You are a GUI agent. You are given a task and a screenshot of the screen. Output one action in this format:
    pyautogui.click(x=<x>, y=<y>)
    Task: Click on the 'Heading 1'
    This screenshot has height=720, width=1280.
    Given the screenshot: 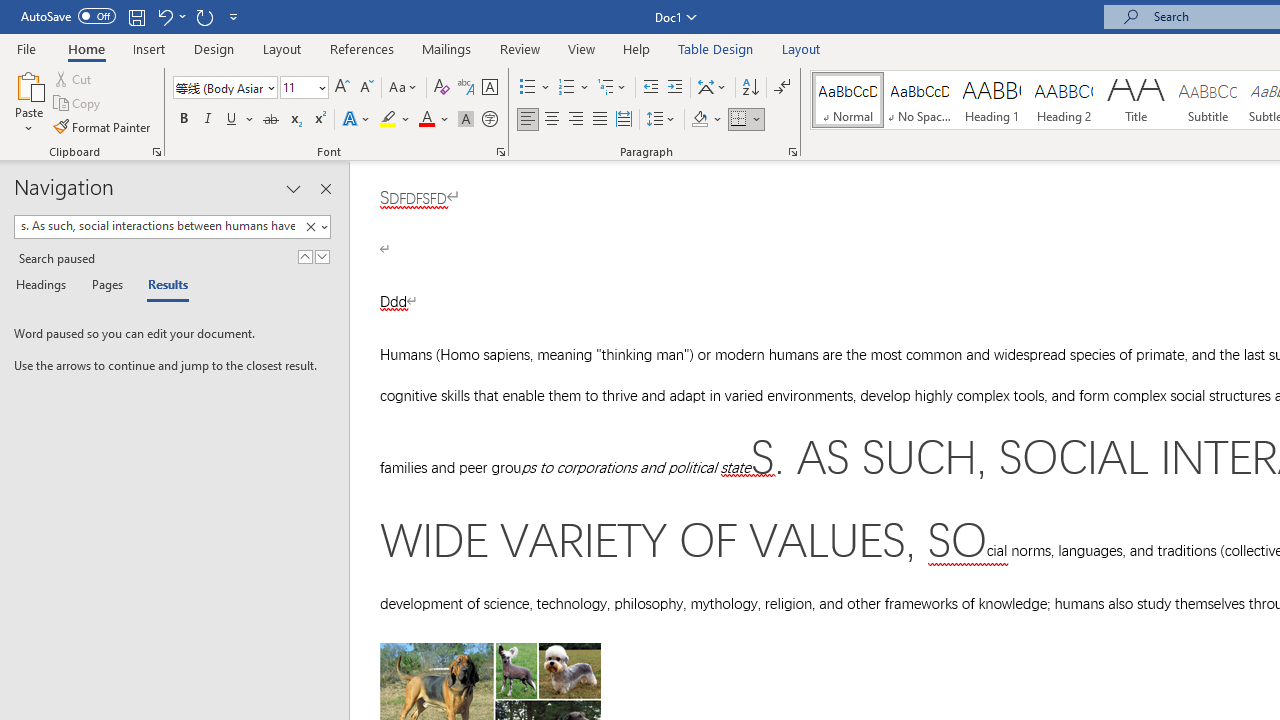 What is the action you would take?
    pyautogui.click(x=992, y=100)
    